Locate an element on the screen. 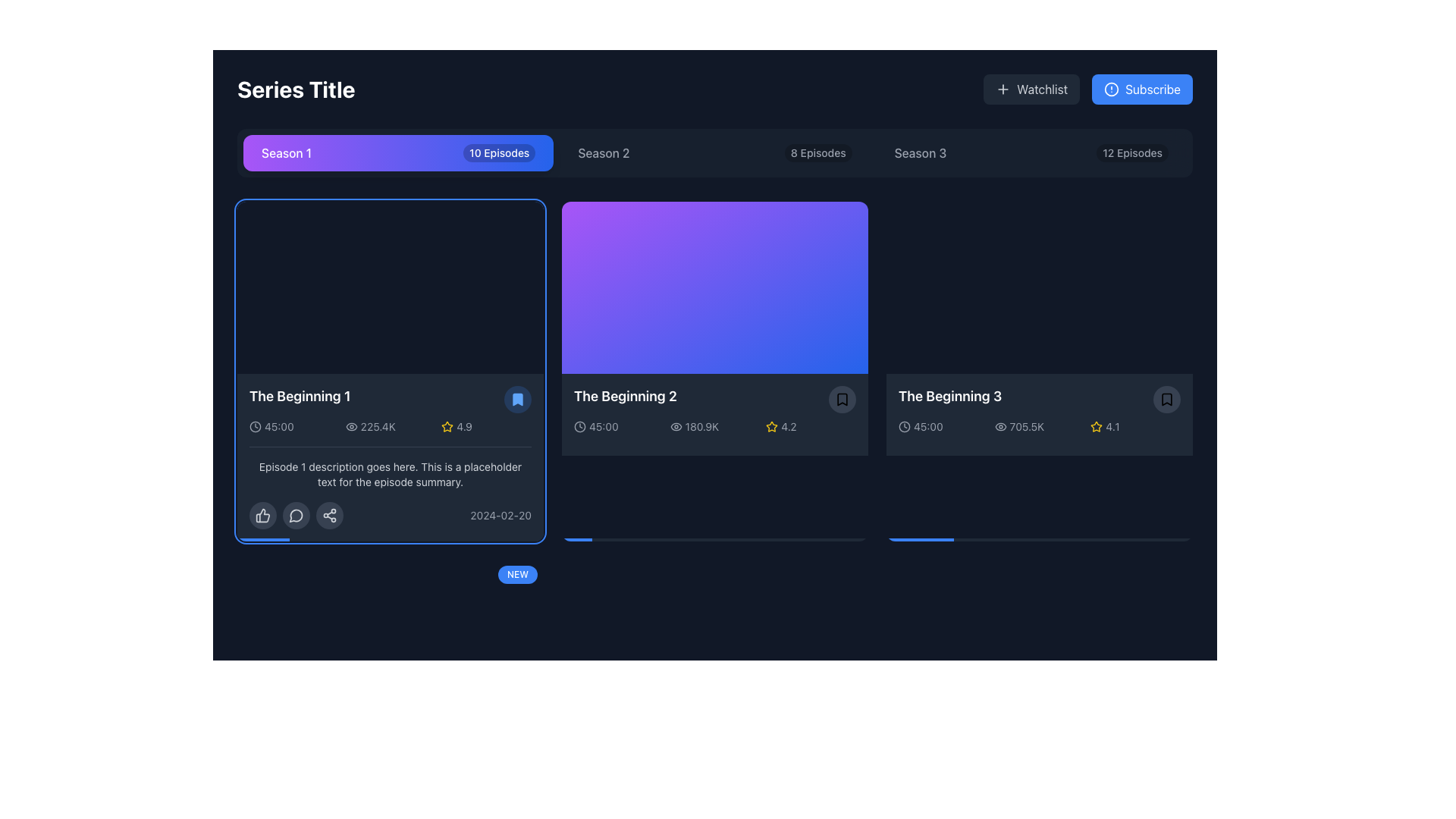 The width and height of the screenshot is (1456, 819). the star rating icon located in the rating section of the card labeled 'The Beginning 3', positioned to the left of the numerical rating value is located at coordinates (1097, 426).